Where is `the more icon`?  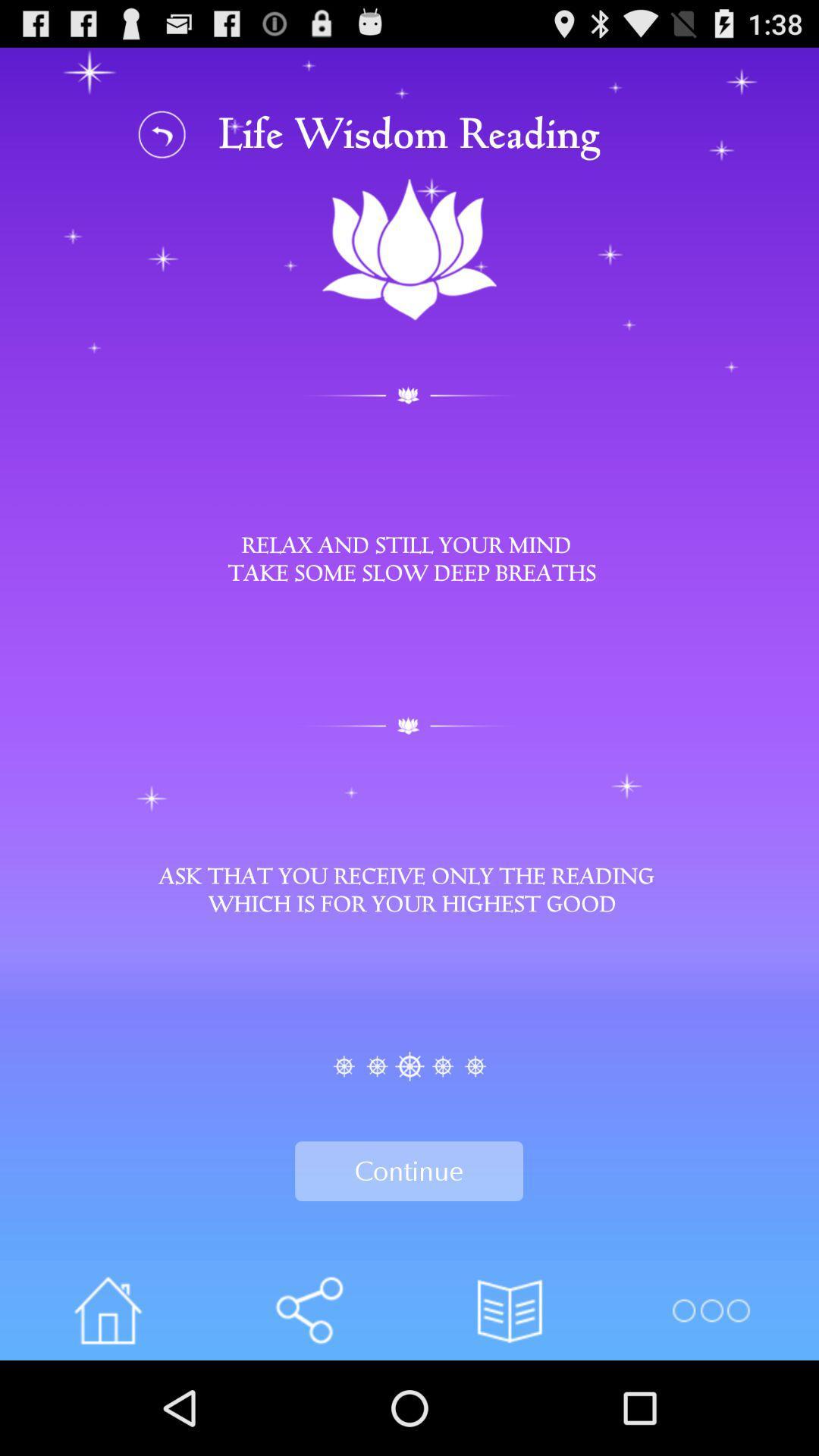
the more icon is located at coordinates (711, 1401).